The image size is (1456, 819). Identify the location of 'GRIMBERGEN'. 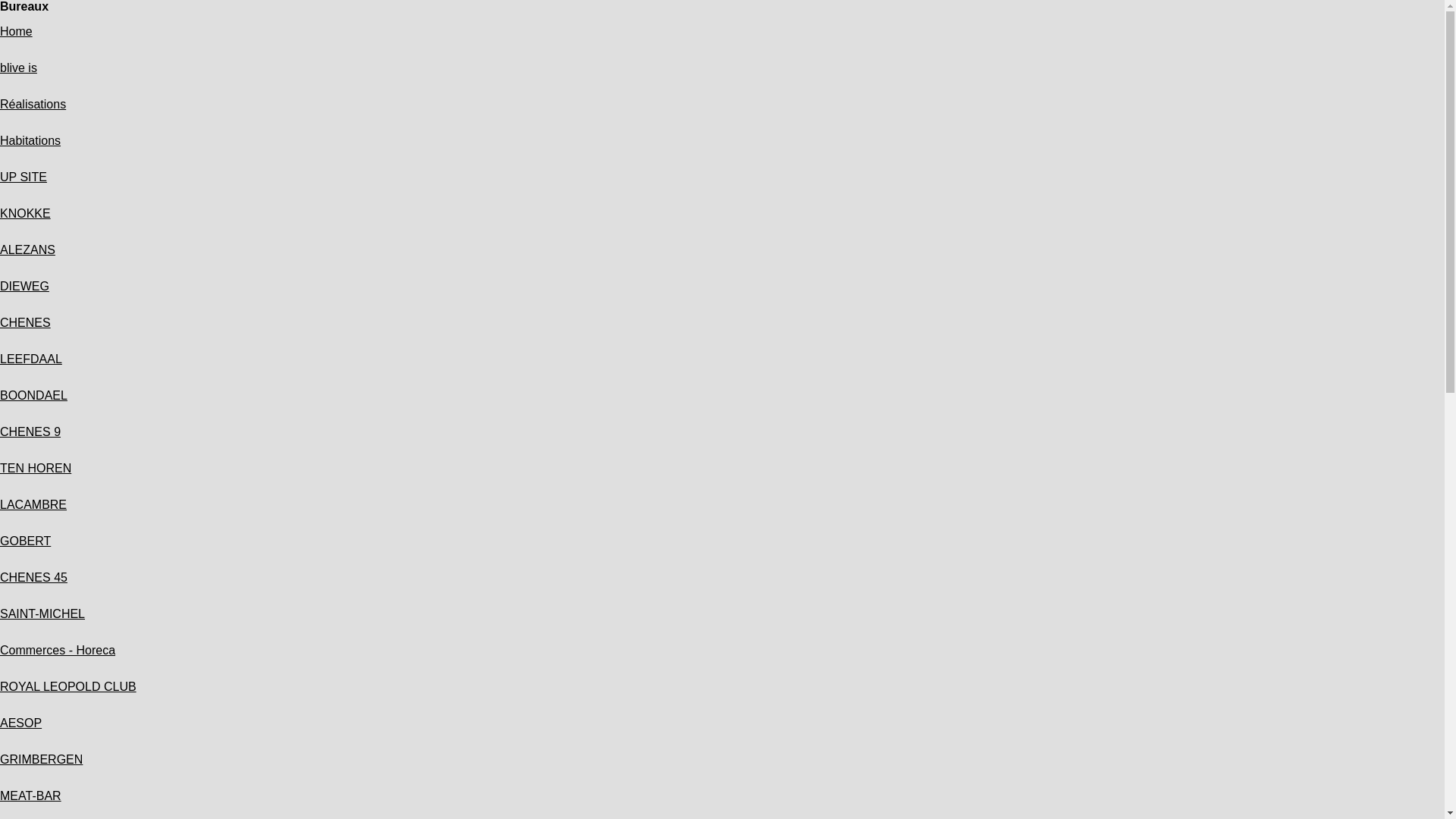
(41, 759).